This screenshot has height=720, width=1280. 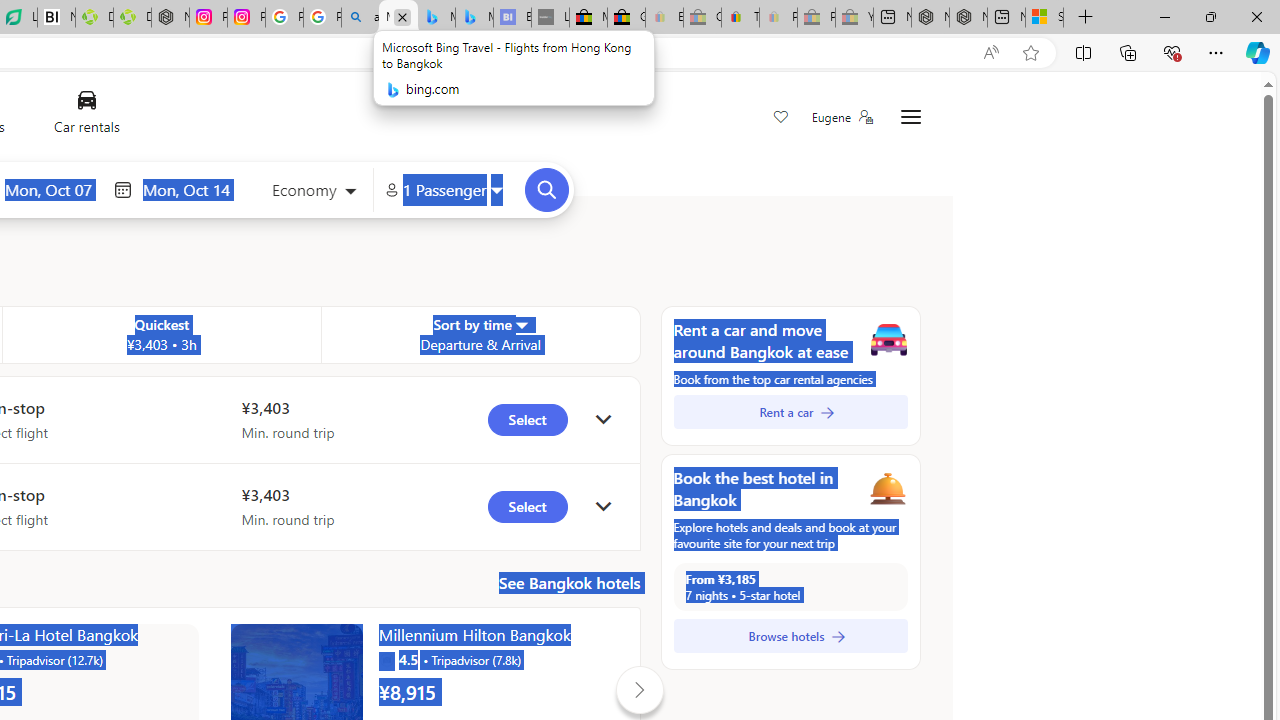 What do you see at coordinates (520, 323) in the screenshot?
I see `'Sorter'` at bounding box center [520, 323].